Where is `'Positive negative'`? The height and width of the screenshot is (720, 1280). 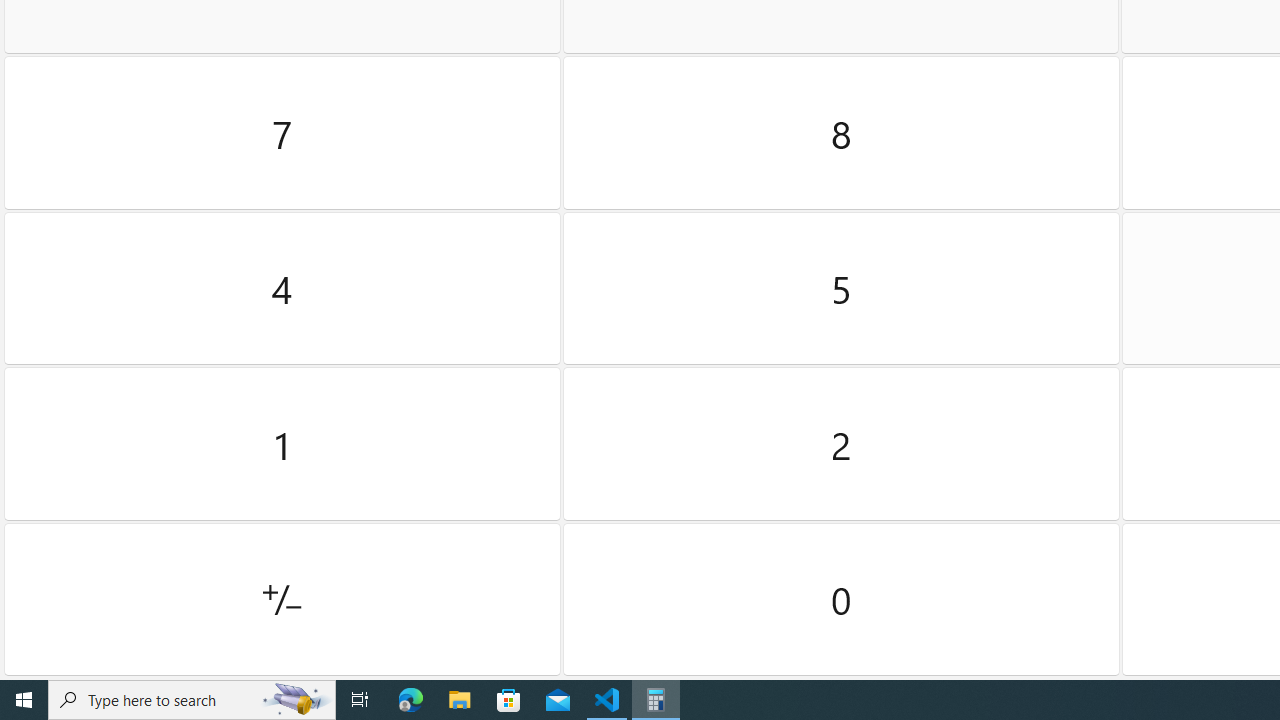 'Positive negative' is located at coordinates (281, 598).